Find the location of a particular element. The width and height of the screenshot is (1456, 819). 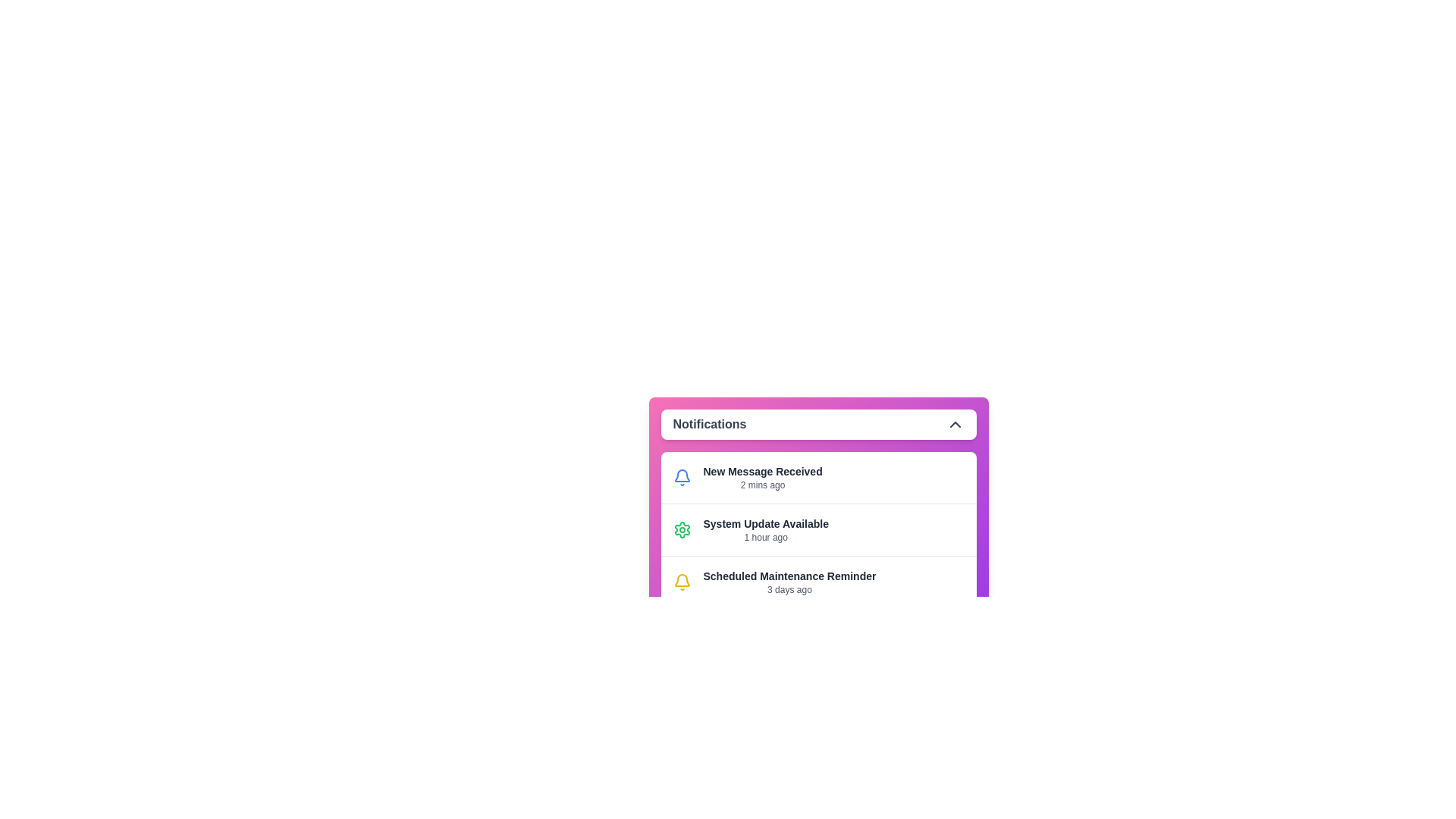

text displayed in the notification message component located in the upper region of the notification list widget, which is the primary message of the first notification card next to the blue notification bell icon is located at coordinates (763, 476).